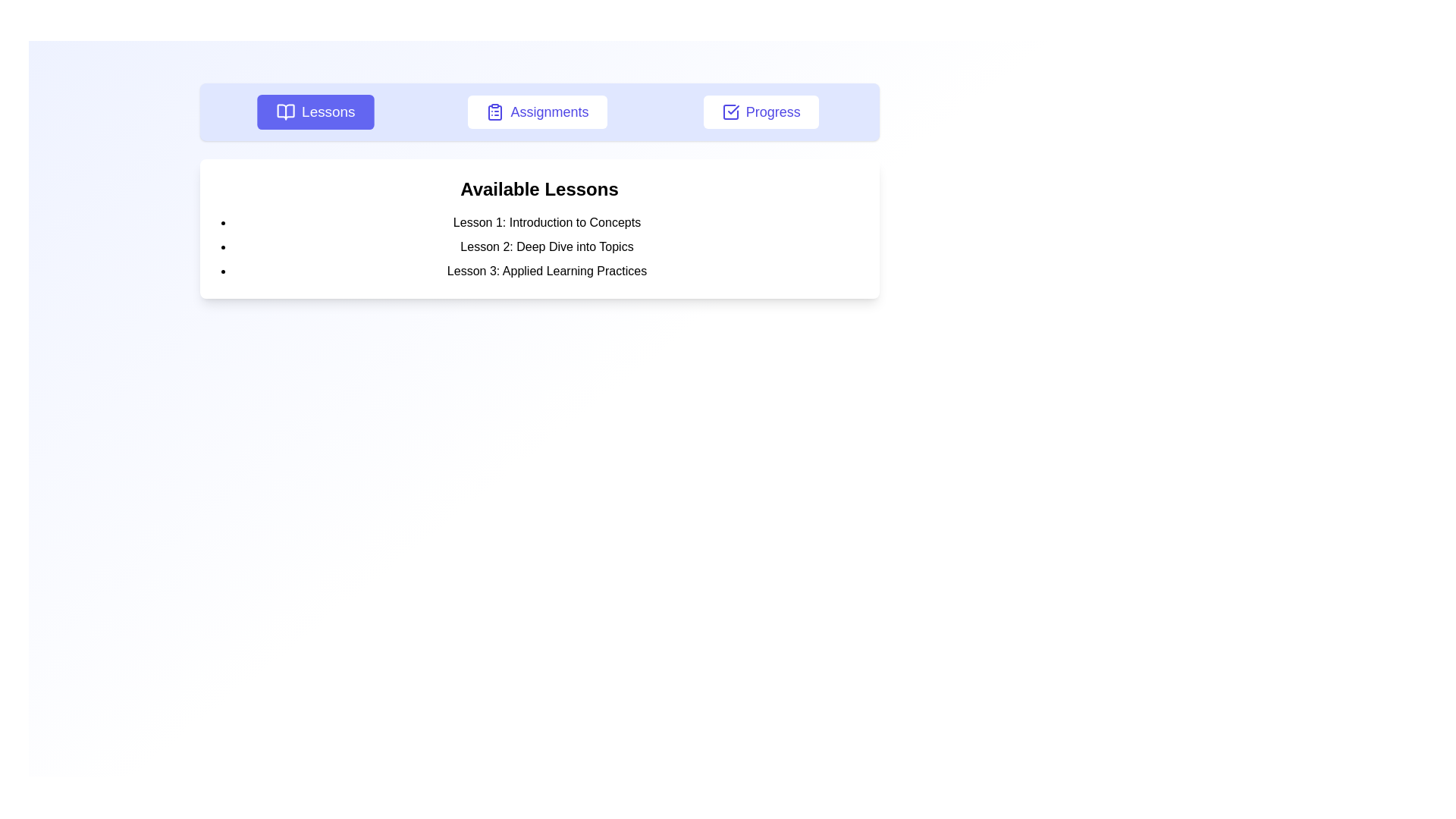 Image resolution: width=1456 pixels, height=819 pixels. I want to click on the 'Progress' button text label located in the main navigation bar to observe hover styles, so click(773, 111).